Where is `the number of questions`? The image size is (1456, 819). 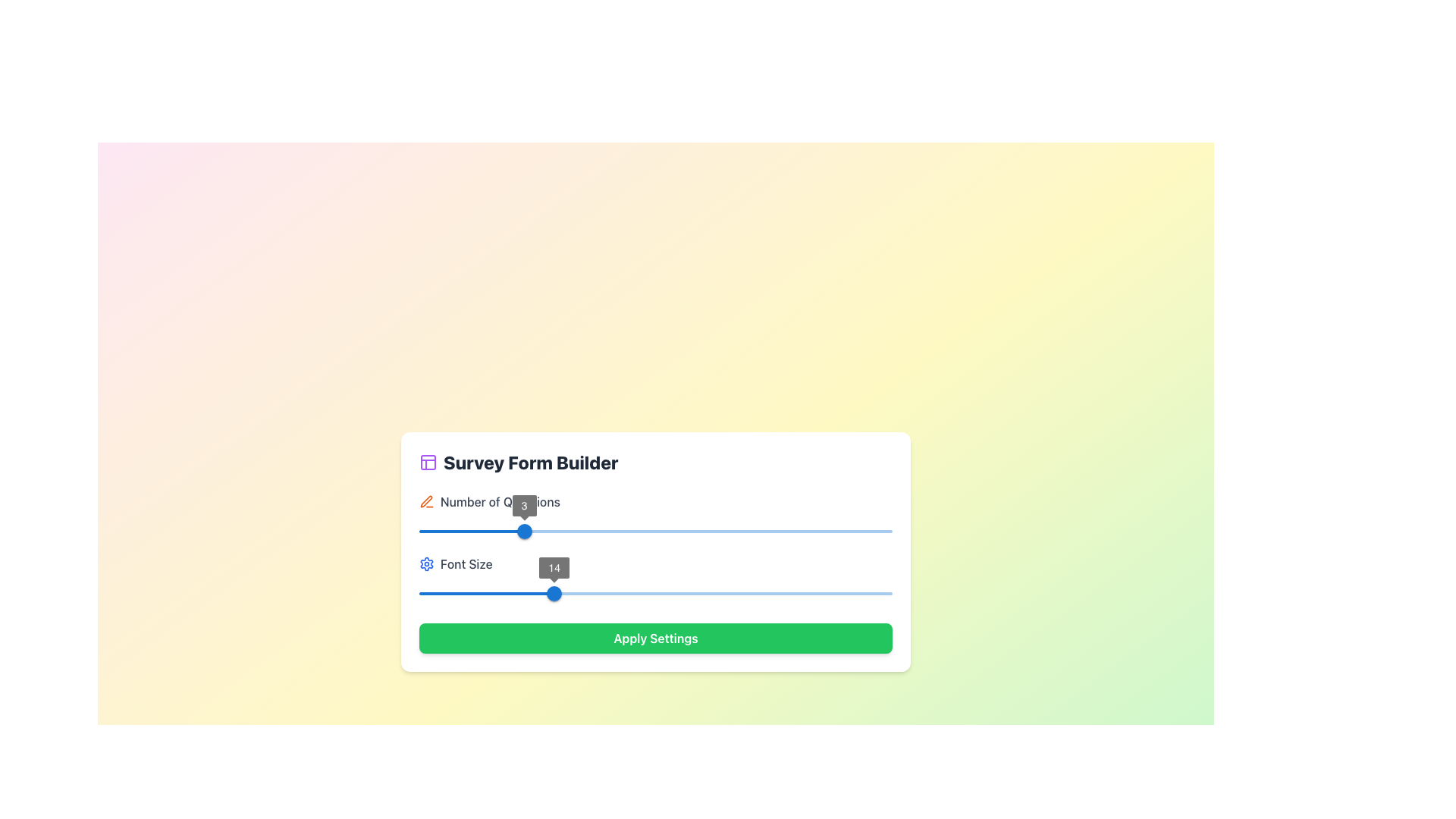
the number of questions is located at coordinates (522, 531).